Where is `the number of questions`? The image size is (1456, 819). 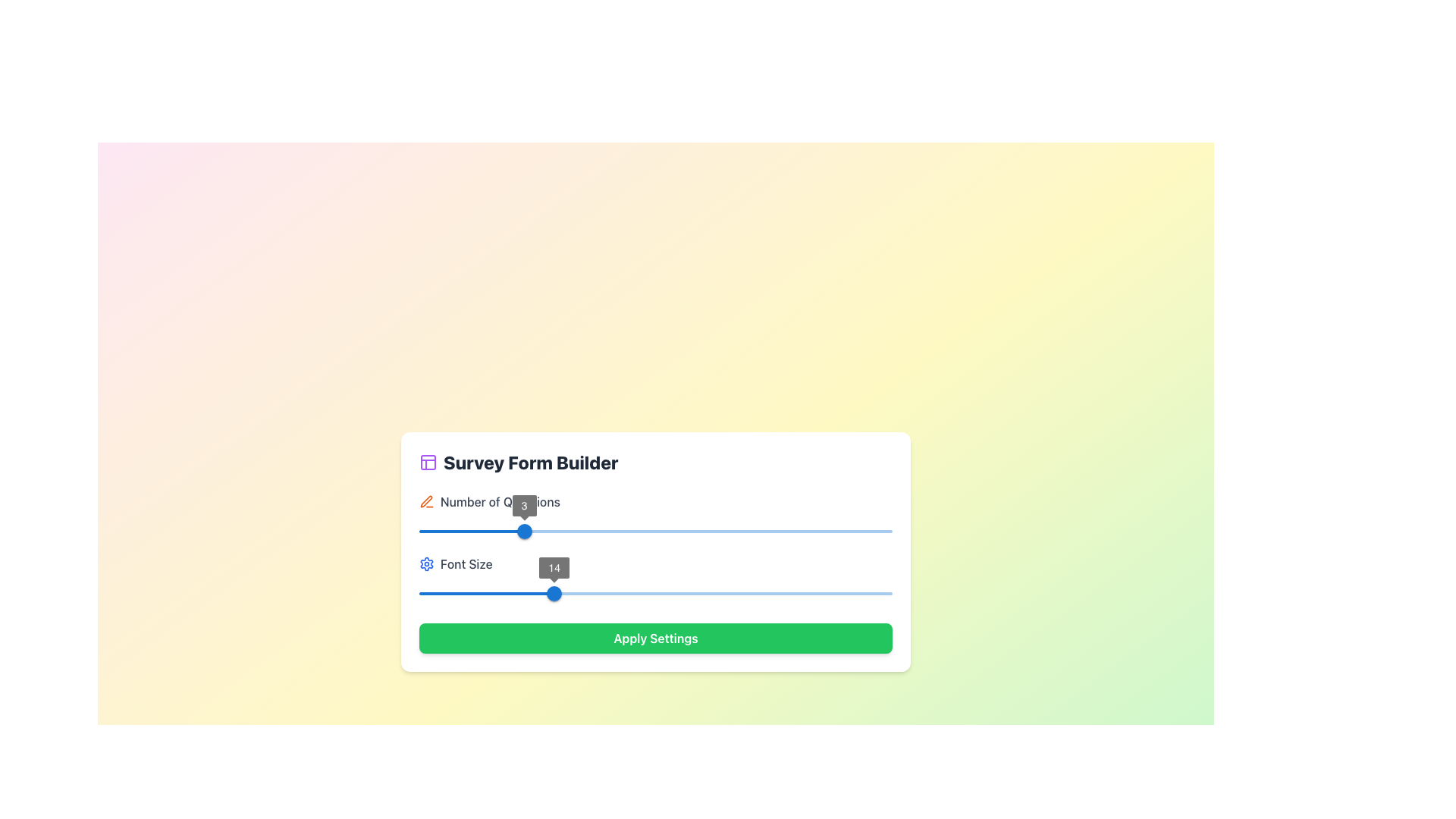
the number of questions is located at coordinates (522, 531).